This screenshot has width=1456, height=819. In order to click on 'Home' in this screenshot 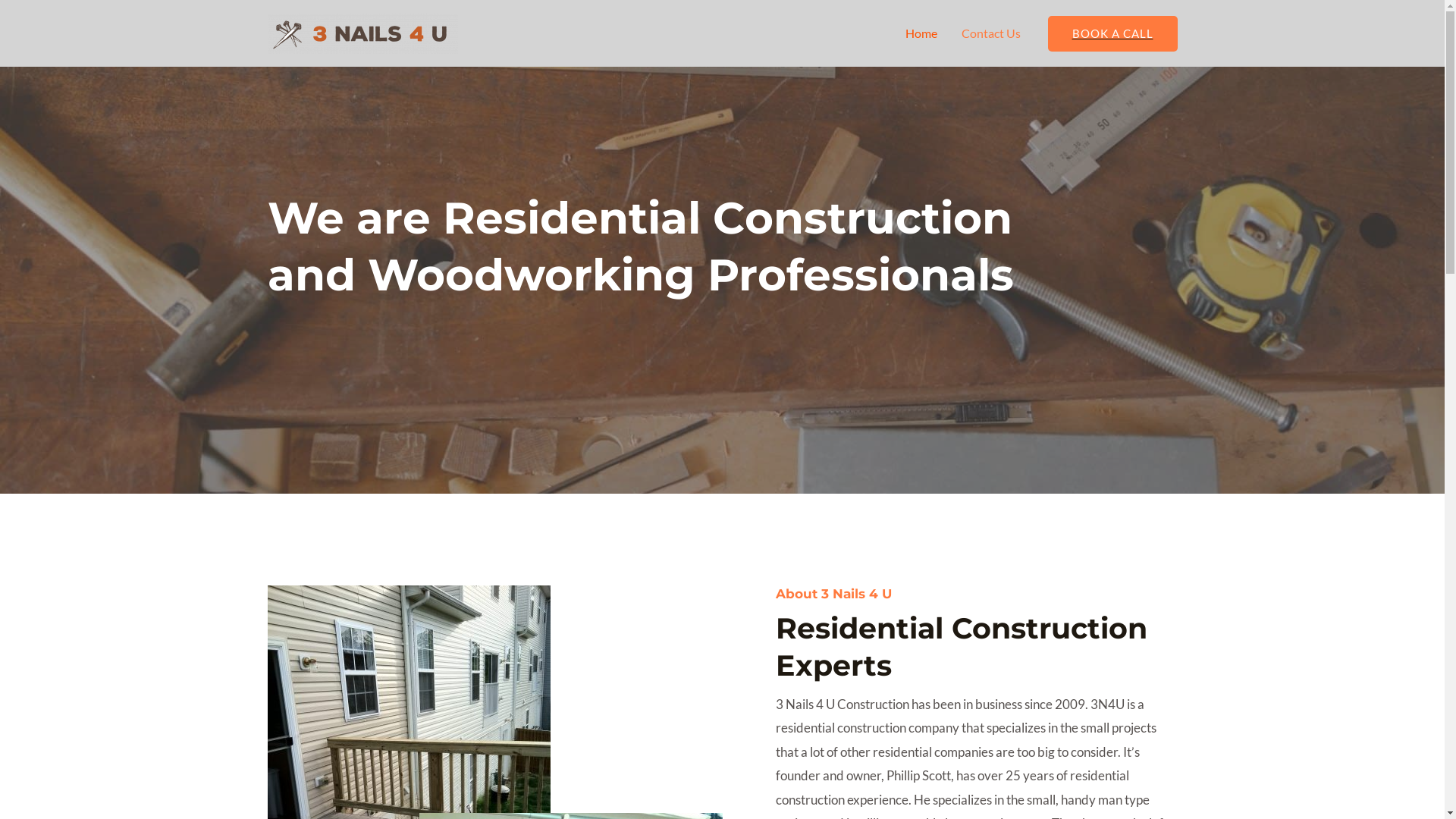, I will do `click(920, 33)`.